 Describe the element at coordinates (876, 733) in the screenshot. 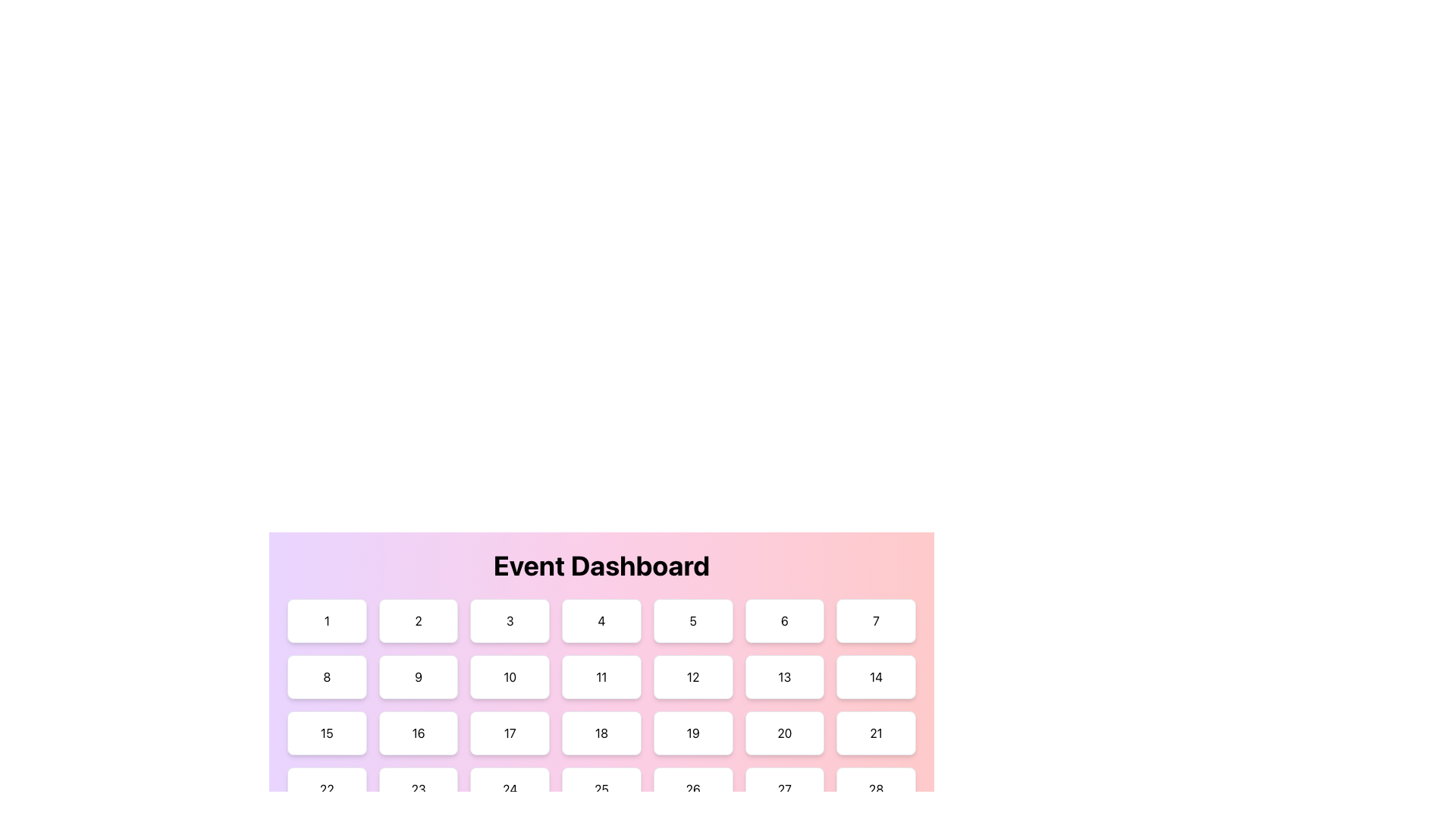

I see `the button labeled '21'` at that location.